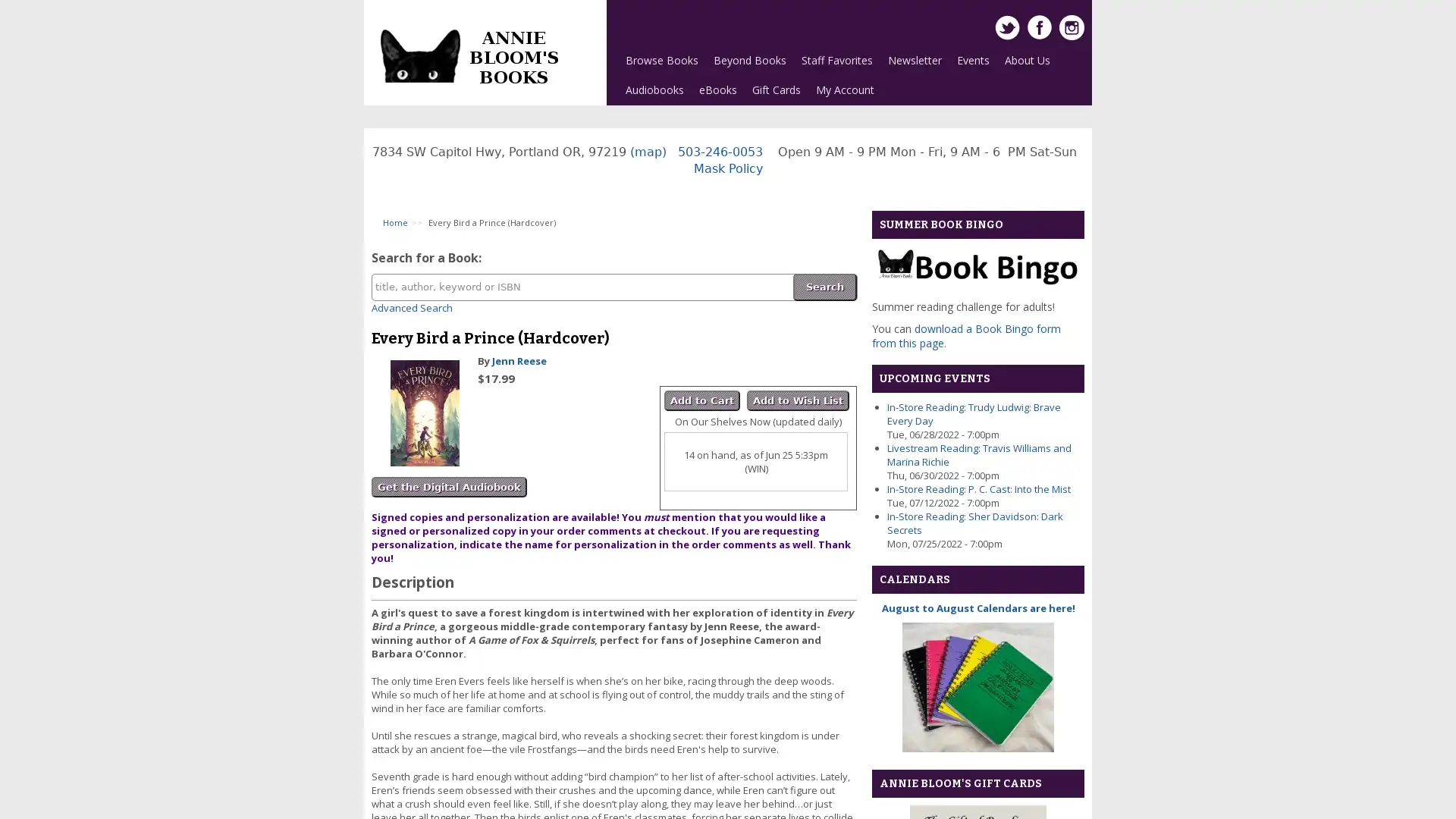 Image resolution: width=1456 pixels, height=819 pixels. Describe the element at coordinates (448, 487) in the screenshot. I see `Get the Digital Audiobook` at that location.